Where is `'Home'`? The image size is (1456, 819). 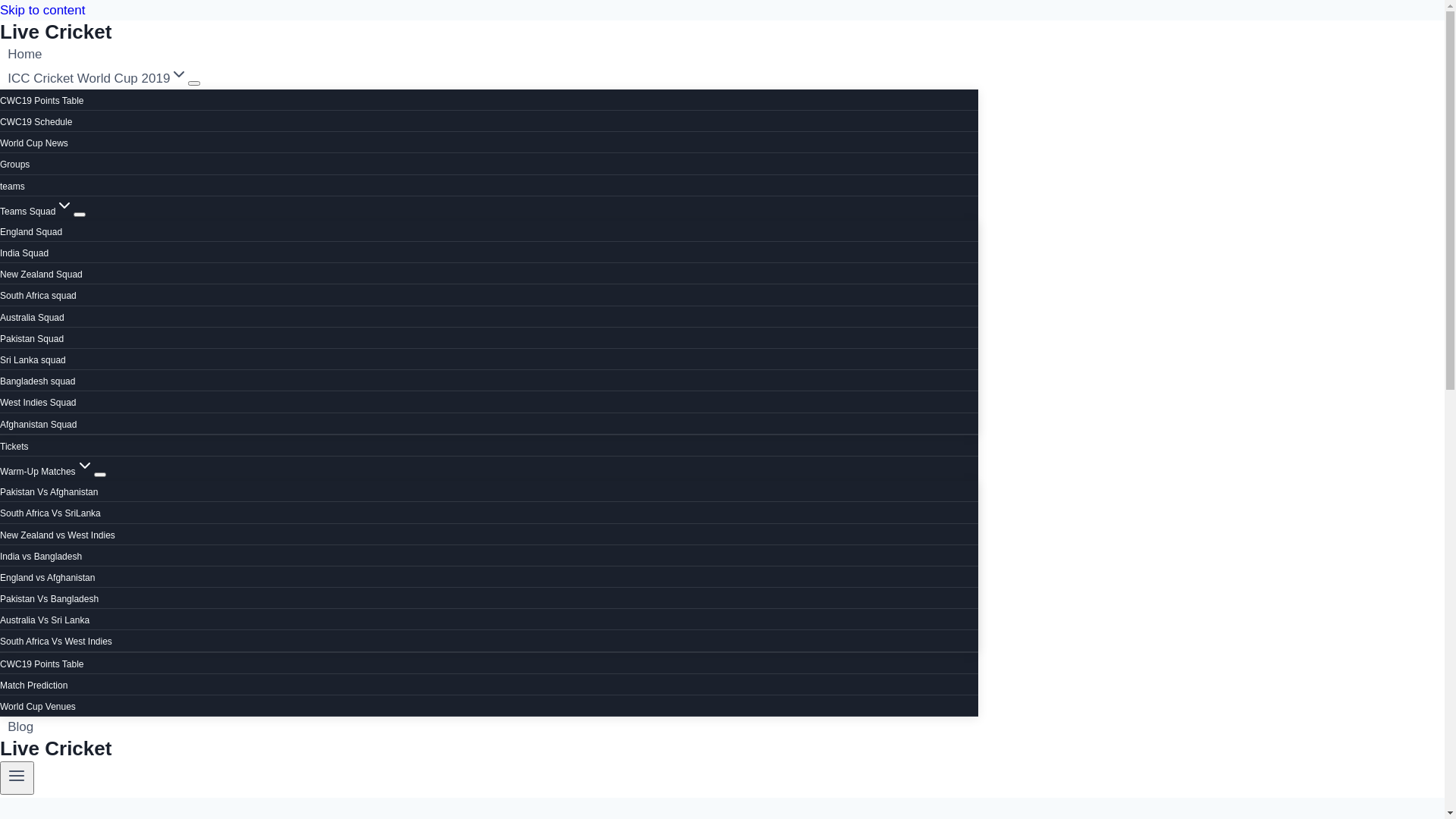
'Home' is located at coordinates (25, 53).